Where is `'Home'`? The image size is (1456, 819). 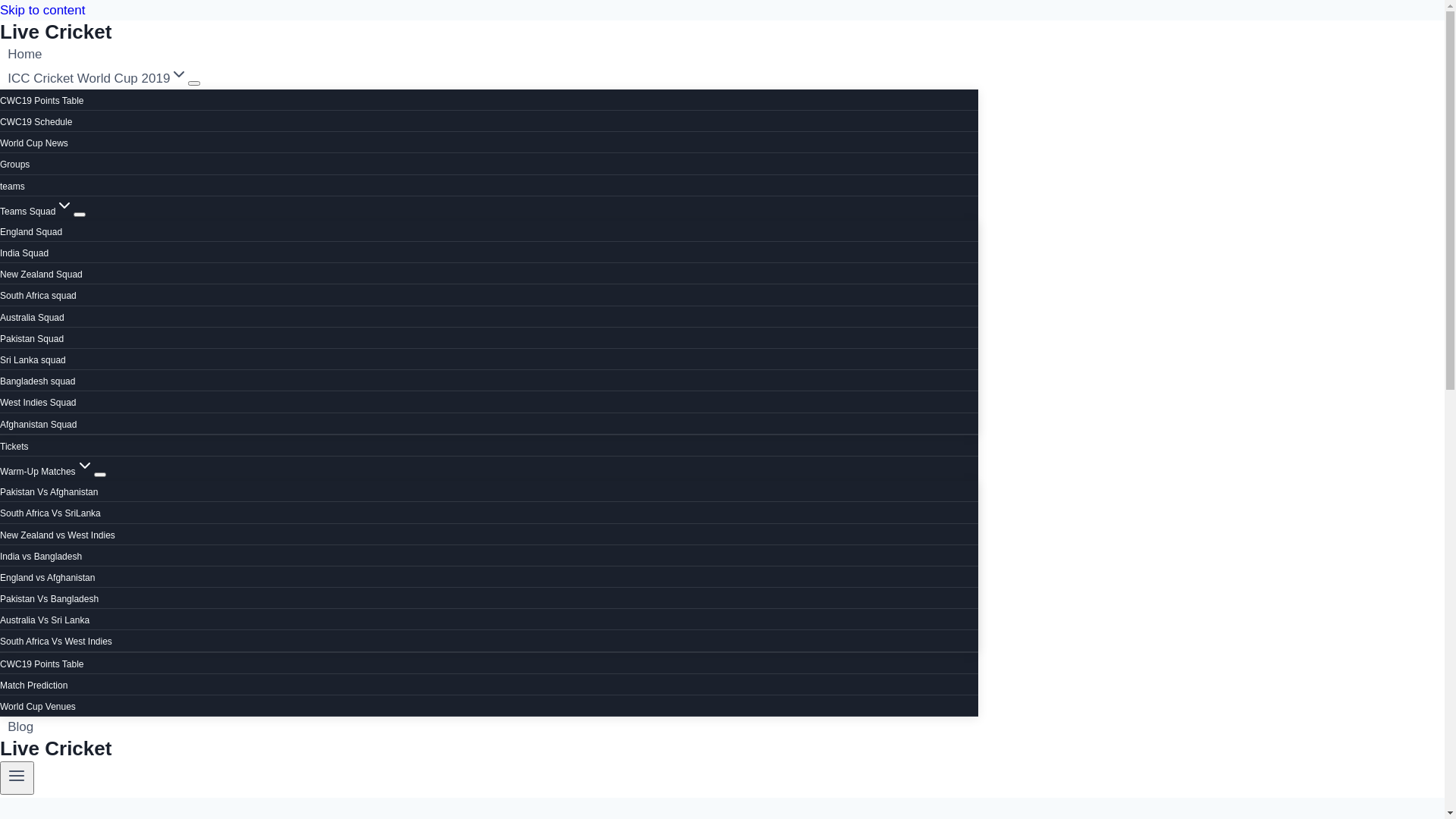
'Home' is located at coordinates (25, 53).